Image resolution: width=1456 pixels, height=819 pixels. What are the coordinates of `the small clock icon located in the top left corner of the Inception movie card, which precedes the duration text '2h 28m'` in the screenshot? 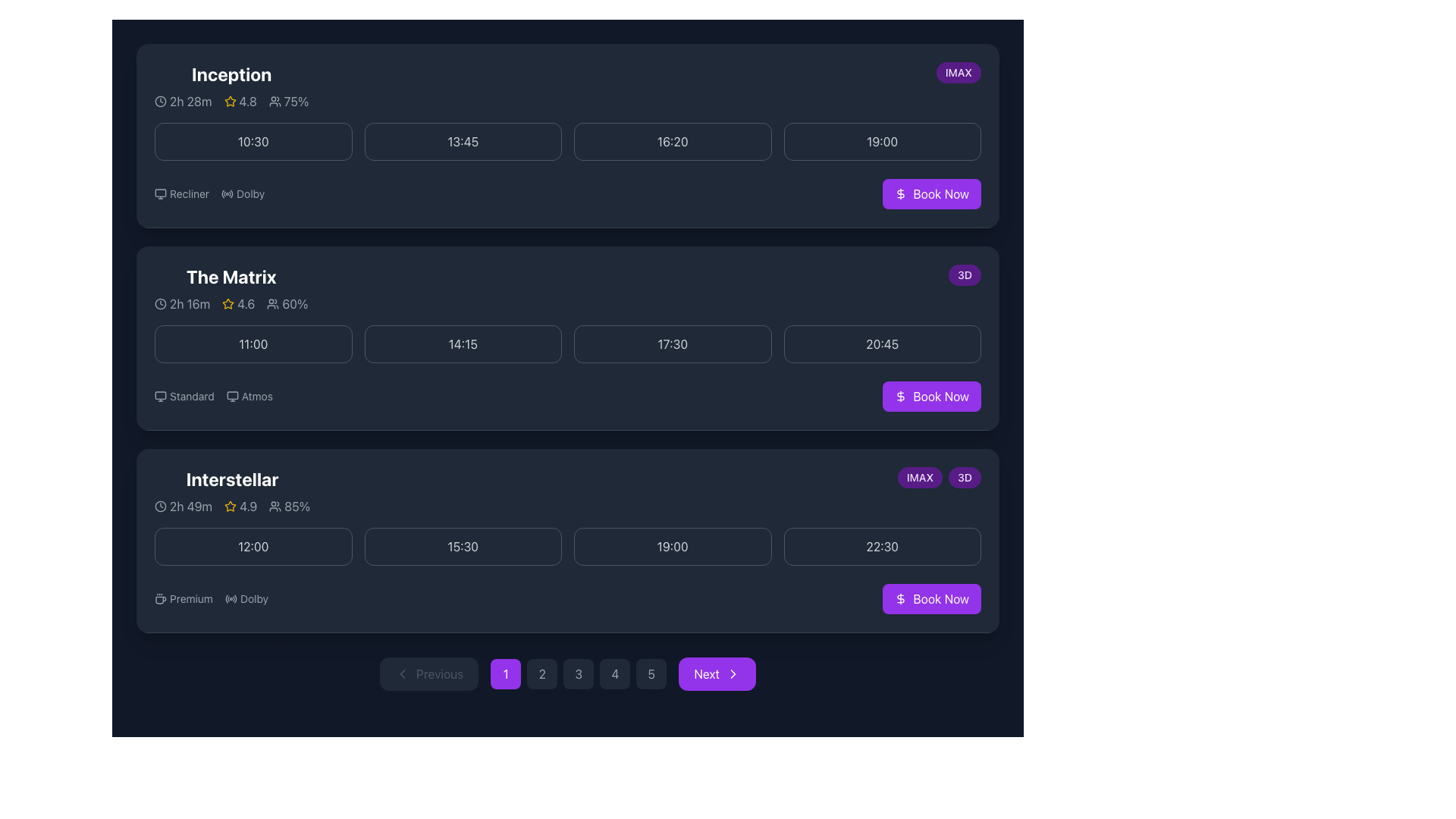 It's located at (160, 102).